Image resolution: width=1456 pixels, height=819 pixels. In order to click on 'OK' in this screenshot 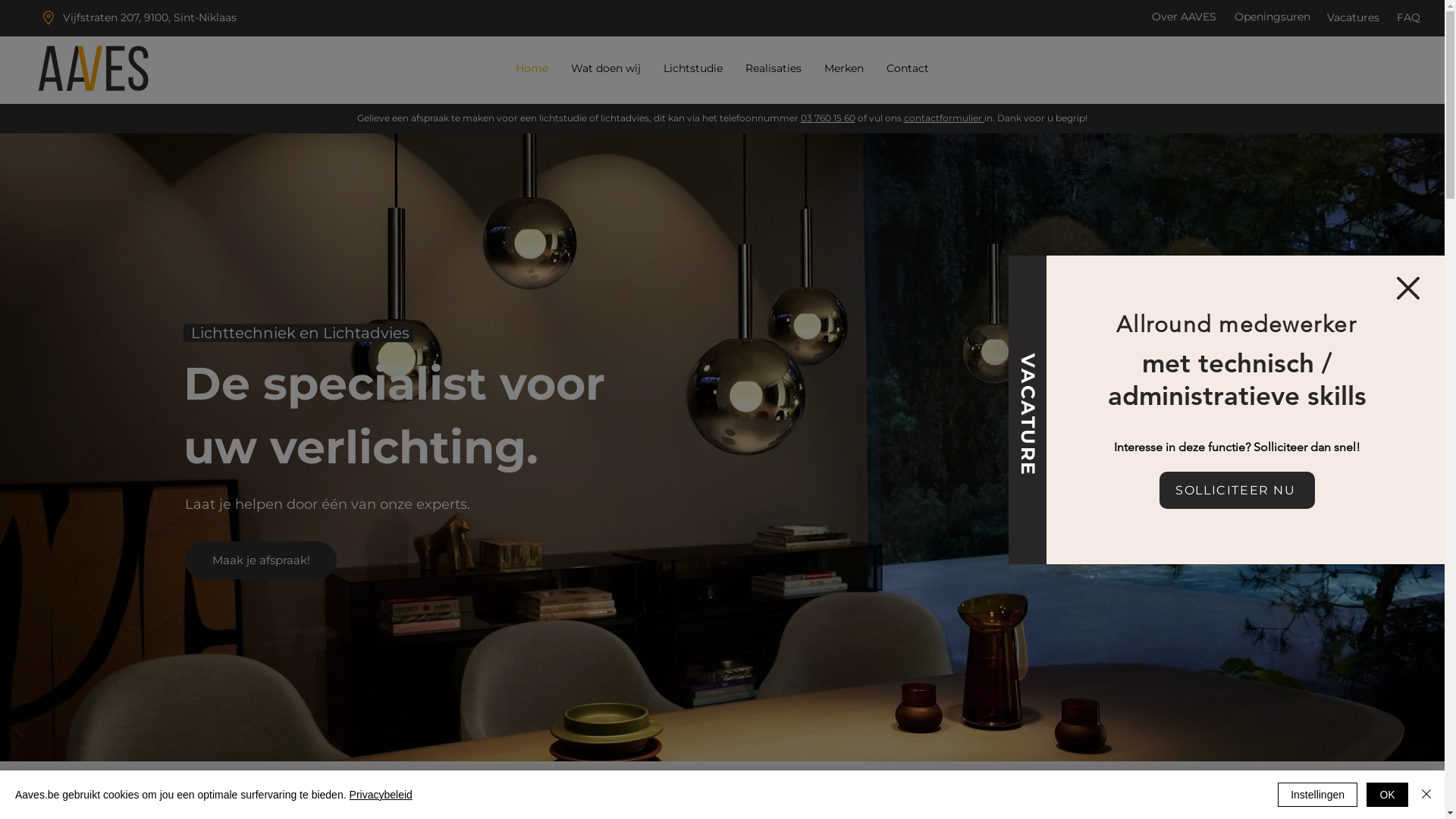, I will do `click(1387, 794)`.